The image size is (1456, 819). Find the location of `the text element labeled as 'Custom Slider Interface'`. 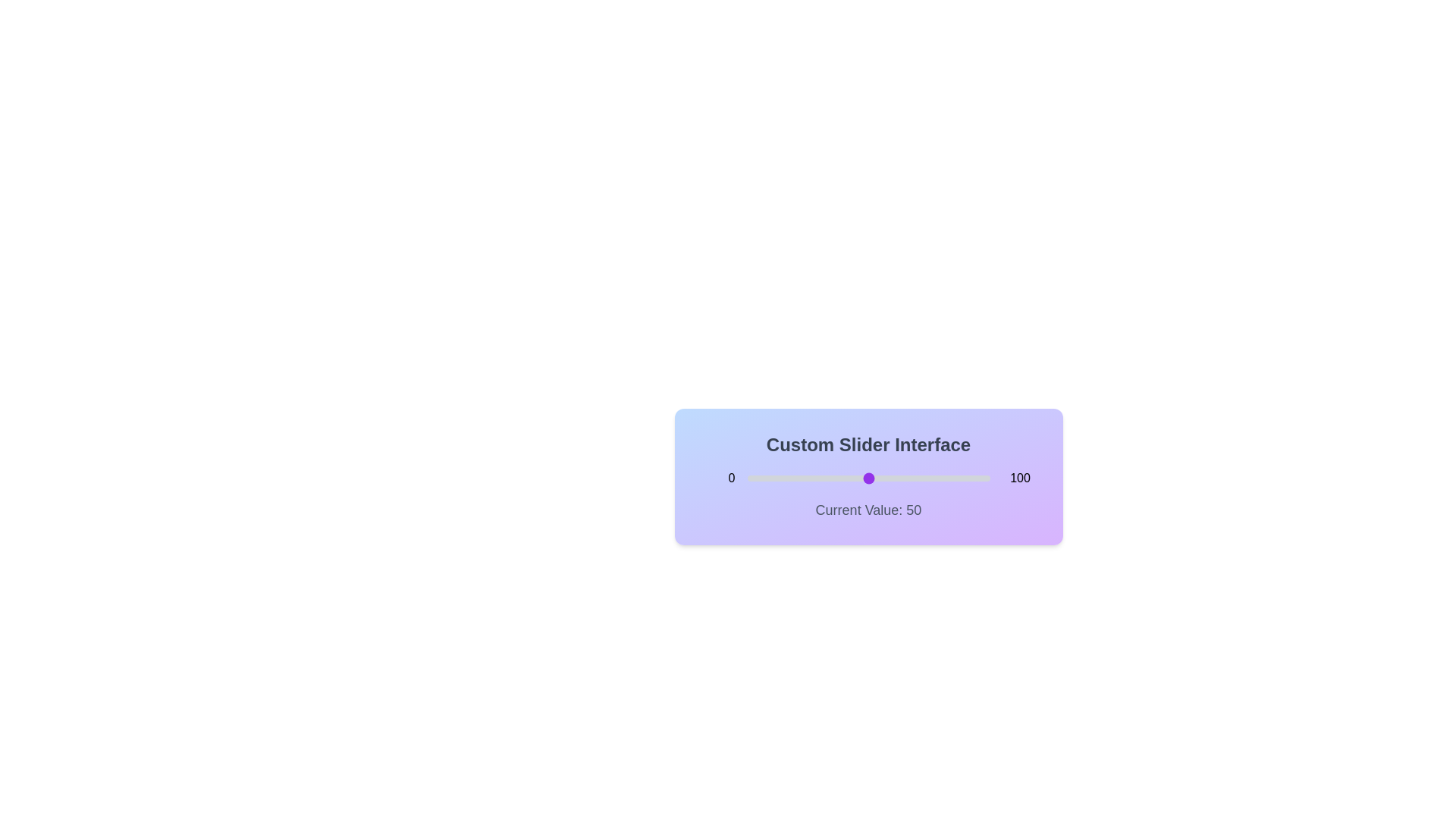

the text element labeled as 'Custom Slider Interface' is located at coordinates (868, 444).